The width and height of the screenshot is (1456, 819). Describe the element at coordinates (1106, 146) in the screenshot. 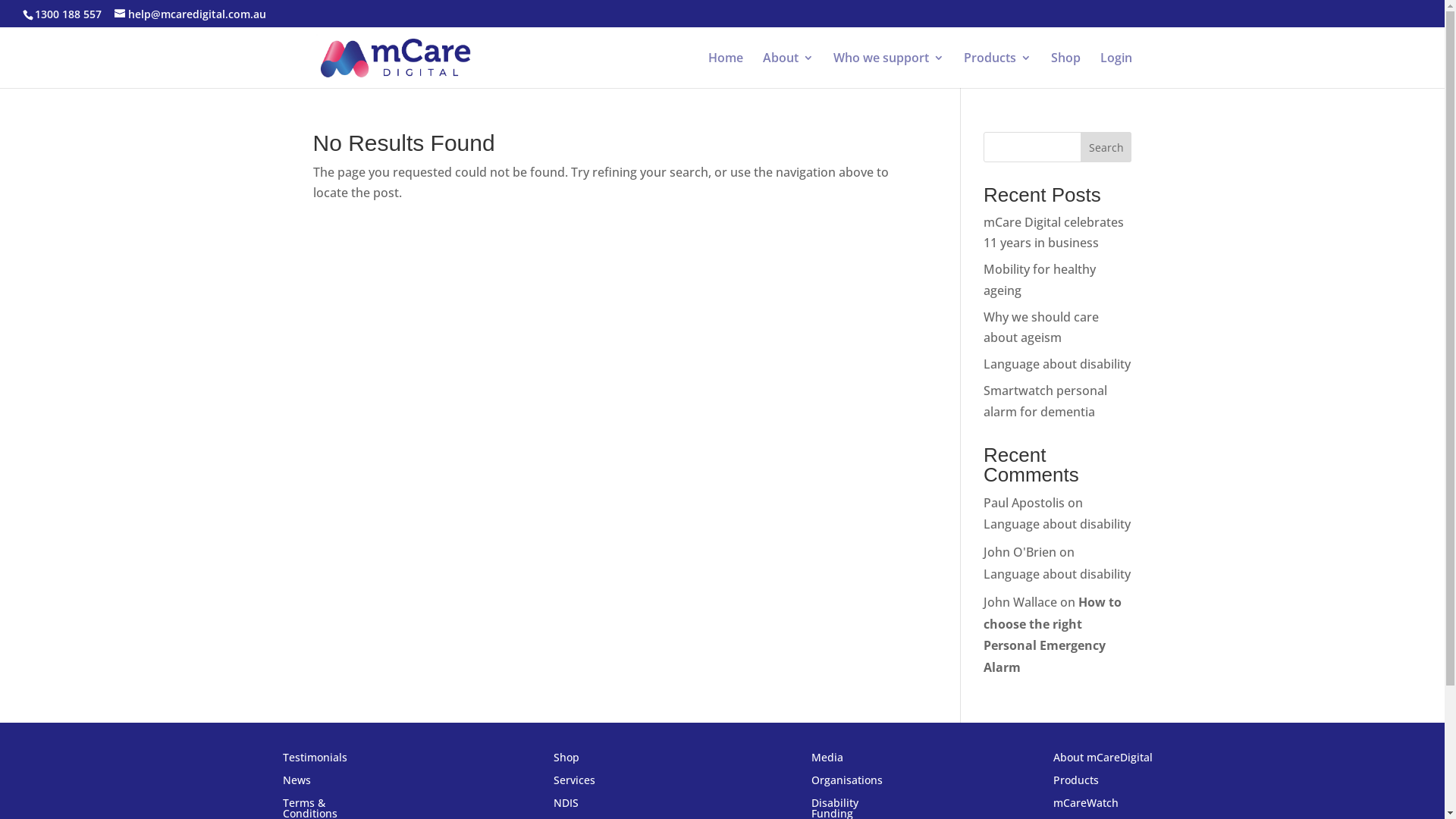

I see `'Search'` at that location.